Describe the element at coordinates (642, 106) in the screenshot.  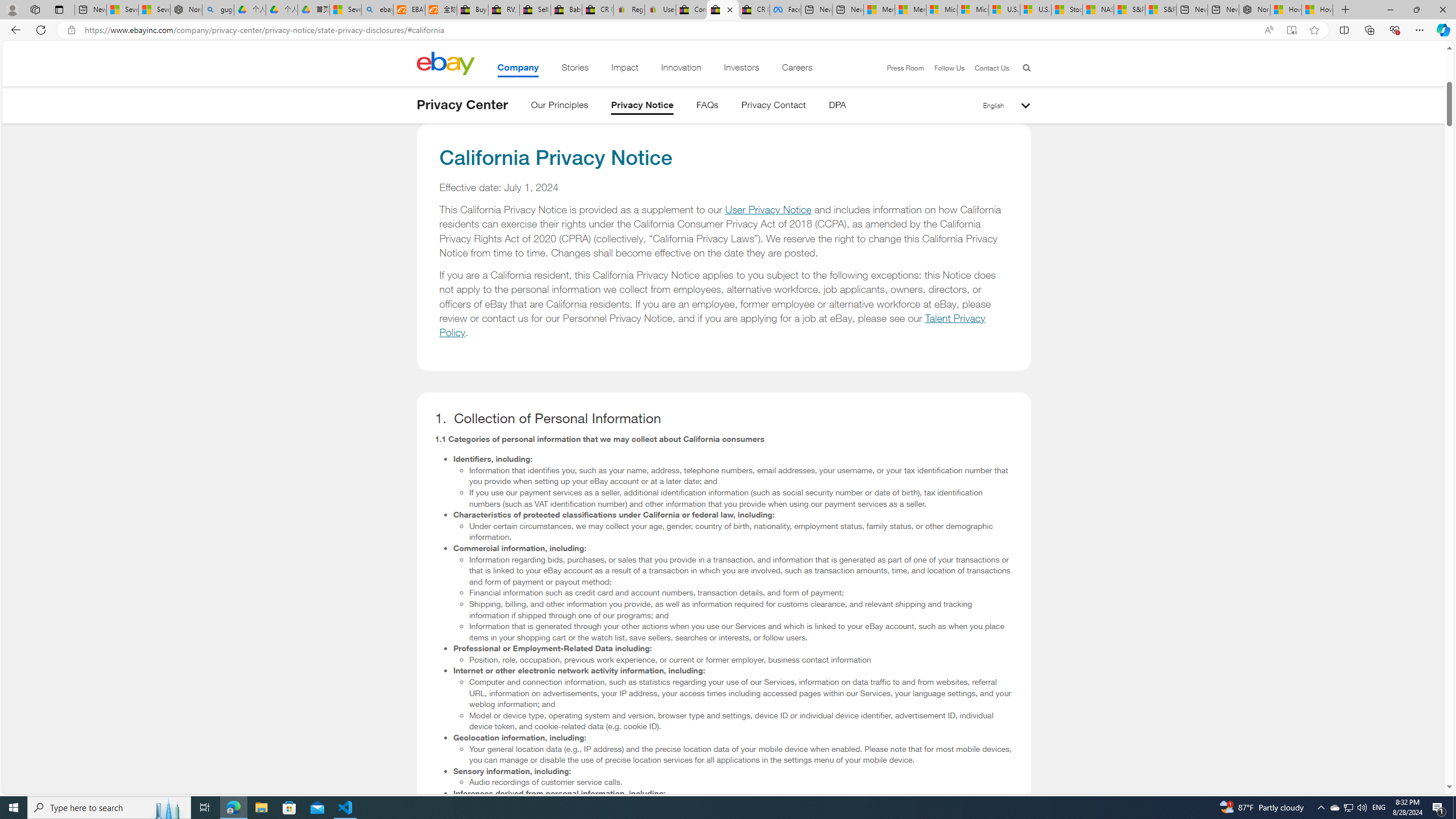
I see `'Privacy Notice'` at that location.